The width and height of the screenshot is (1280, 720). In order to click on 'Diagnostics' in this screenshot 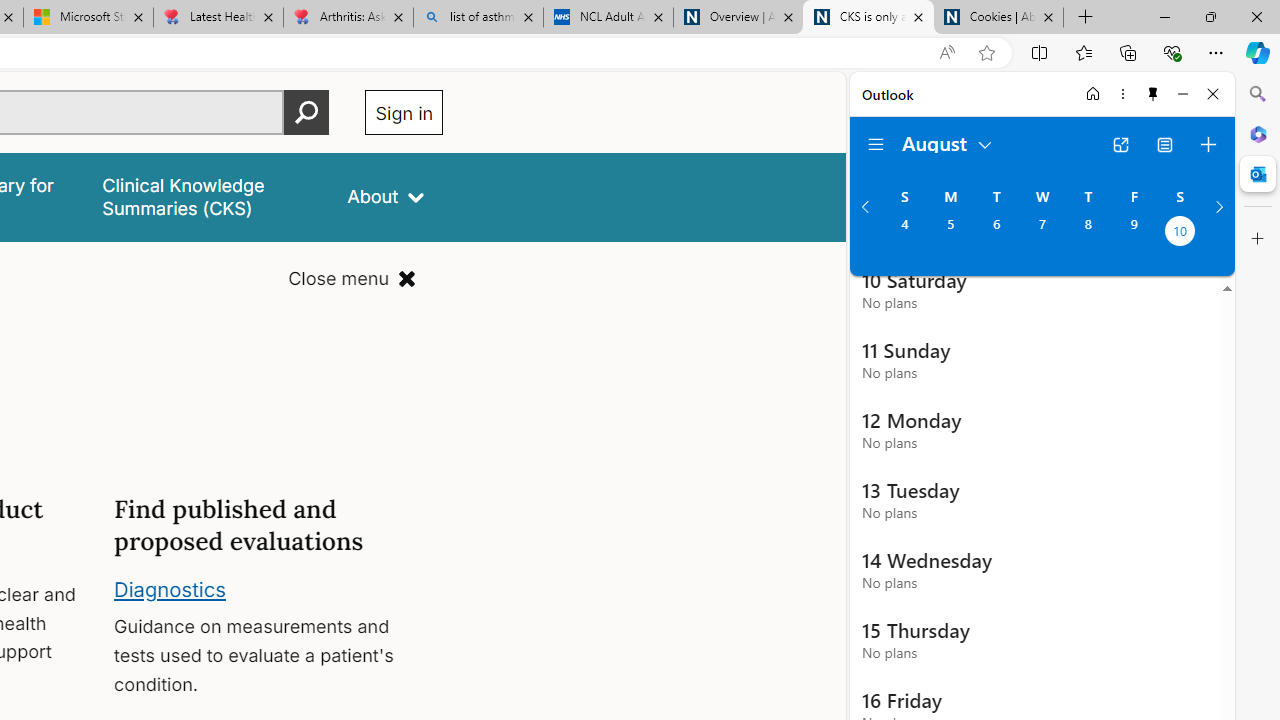, I will do `click(170, 587)`.